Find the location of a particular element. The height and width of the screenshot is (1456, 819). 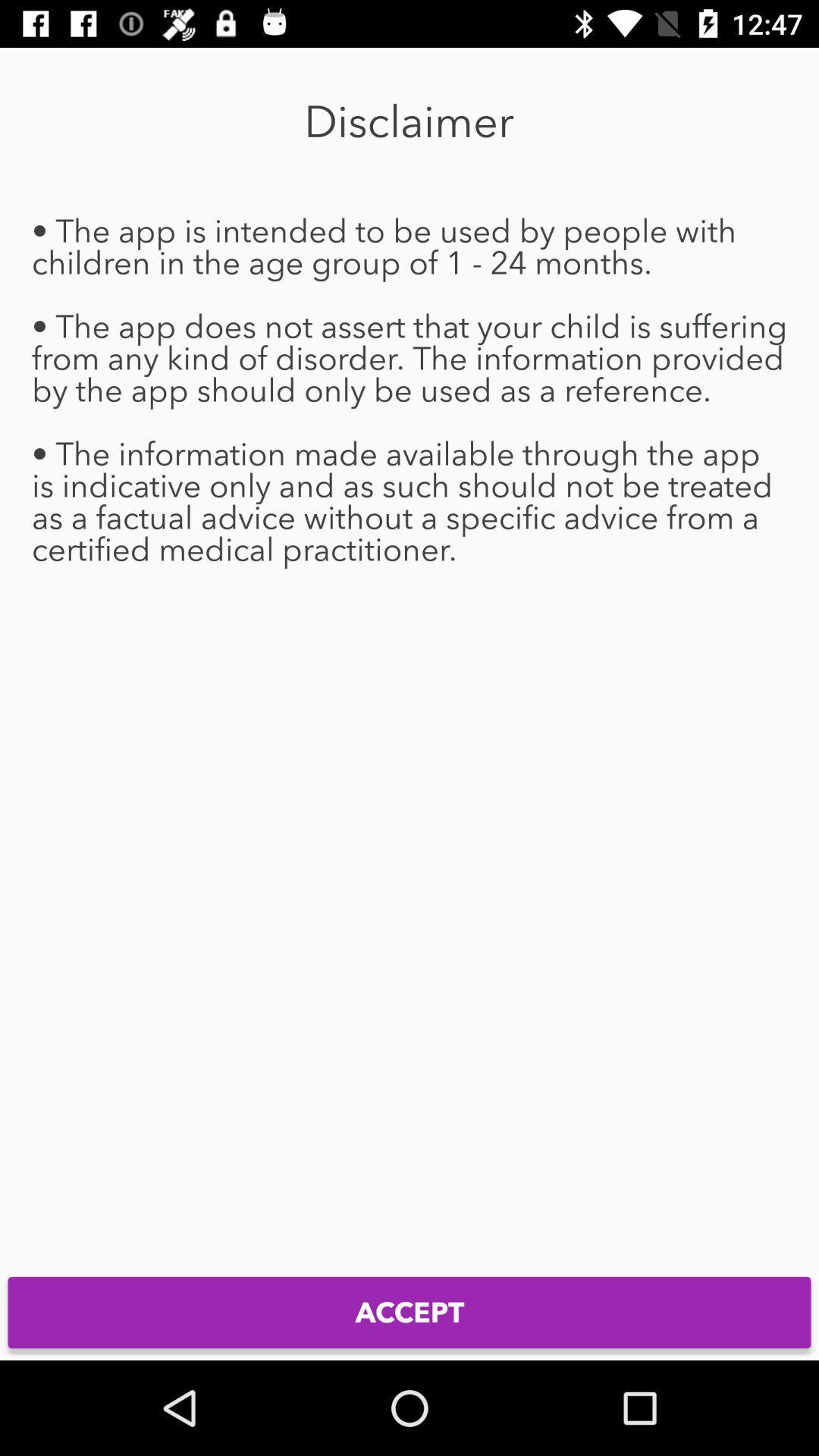

icon below the app is item is located at coordinates (409, 1312).